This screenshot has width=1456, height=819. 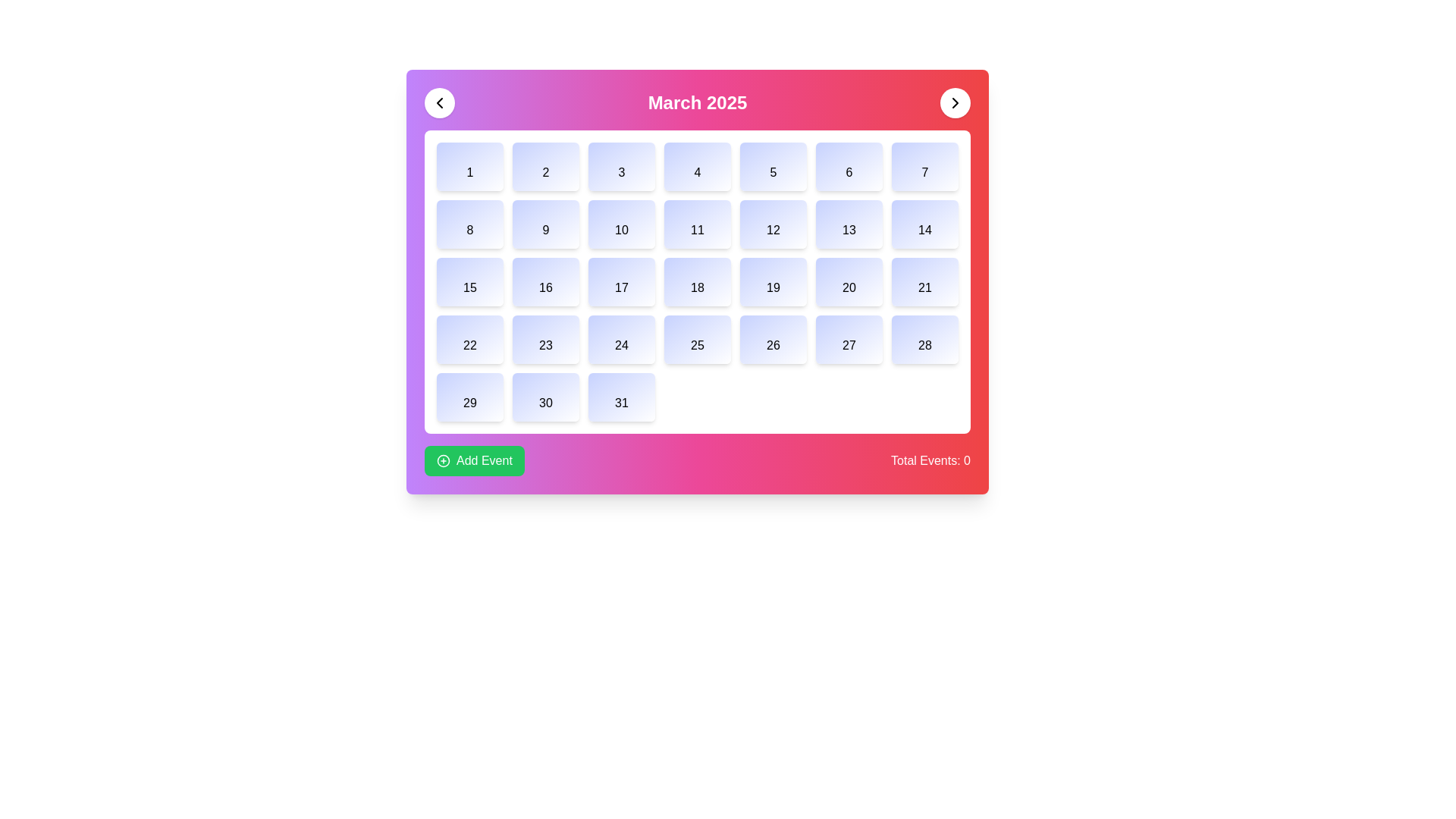 What do you see at coordinates (848, 224) in the screenshot?
I see `the text label displaying the number '13' in the second row, seventh column of a calendar-style grid layout` at bounding box center [848, 224].